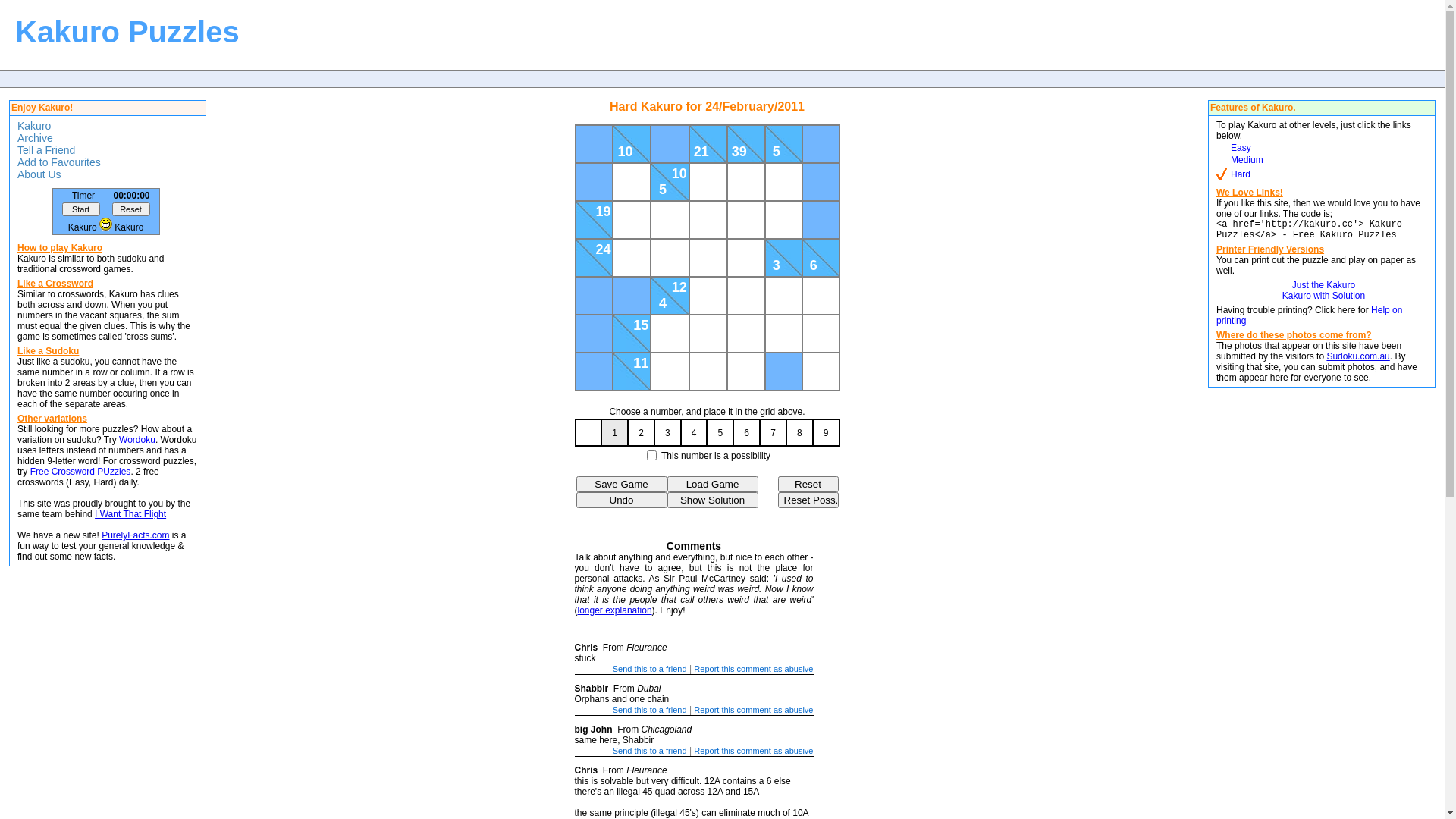 This screenshot has width=1456, height=819. What do you see at coordinates (93, 513) in the screenshot?
I see `'I Want That Flight'` at bounding box center [93, 513].